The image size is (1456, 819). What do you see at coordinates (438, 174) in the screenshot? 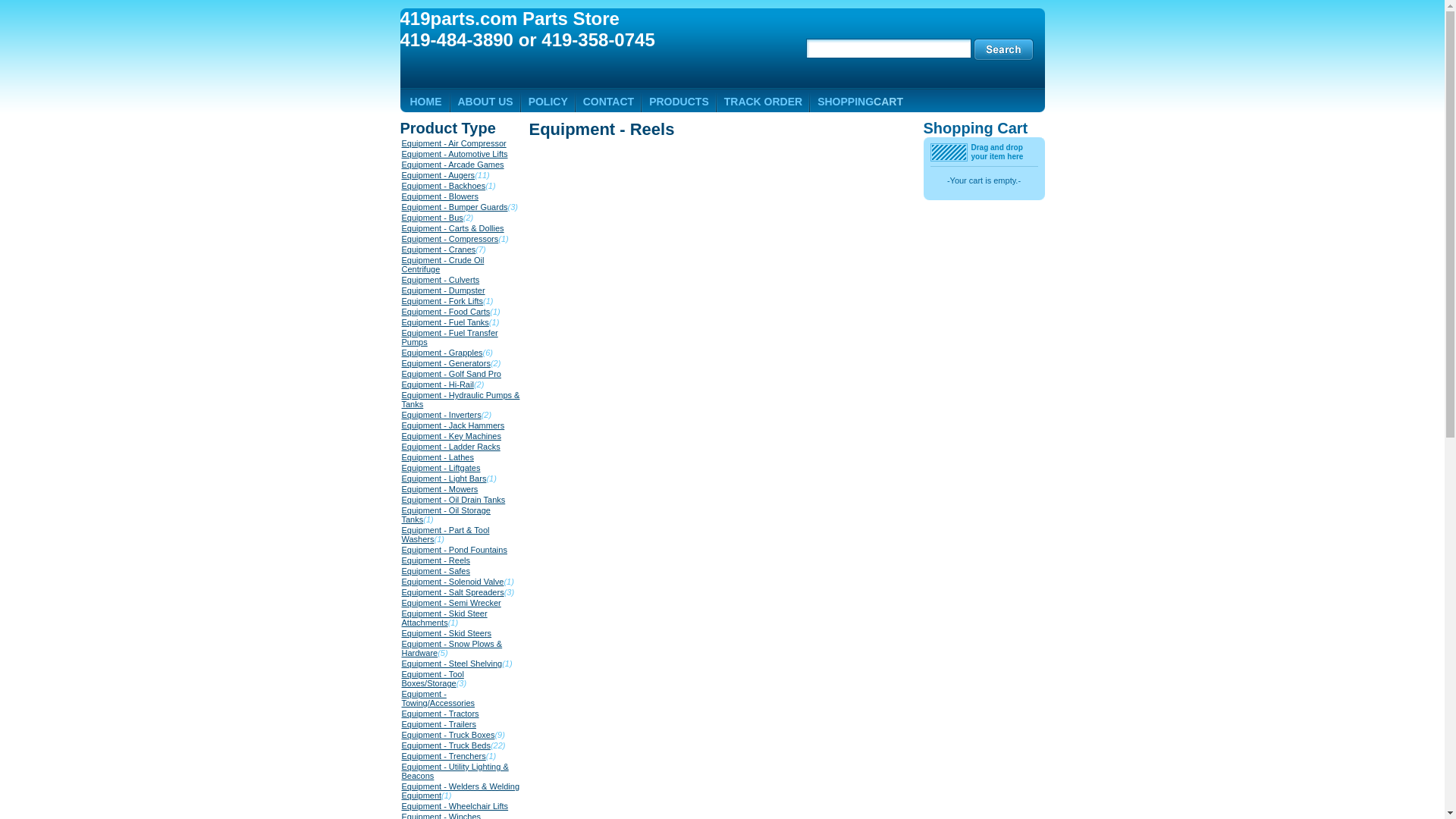
I see `'Equipment - Augers'` at bounding box center [438, 174].